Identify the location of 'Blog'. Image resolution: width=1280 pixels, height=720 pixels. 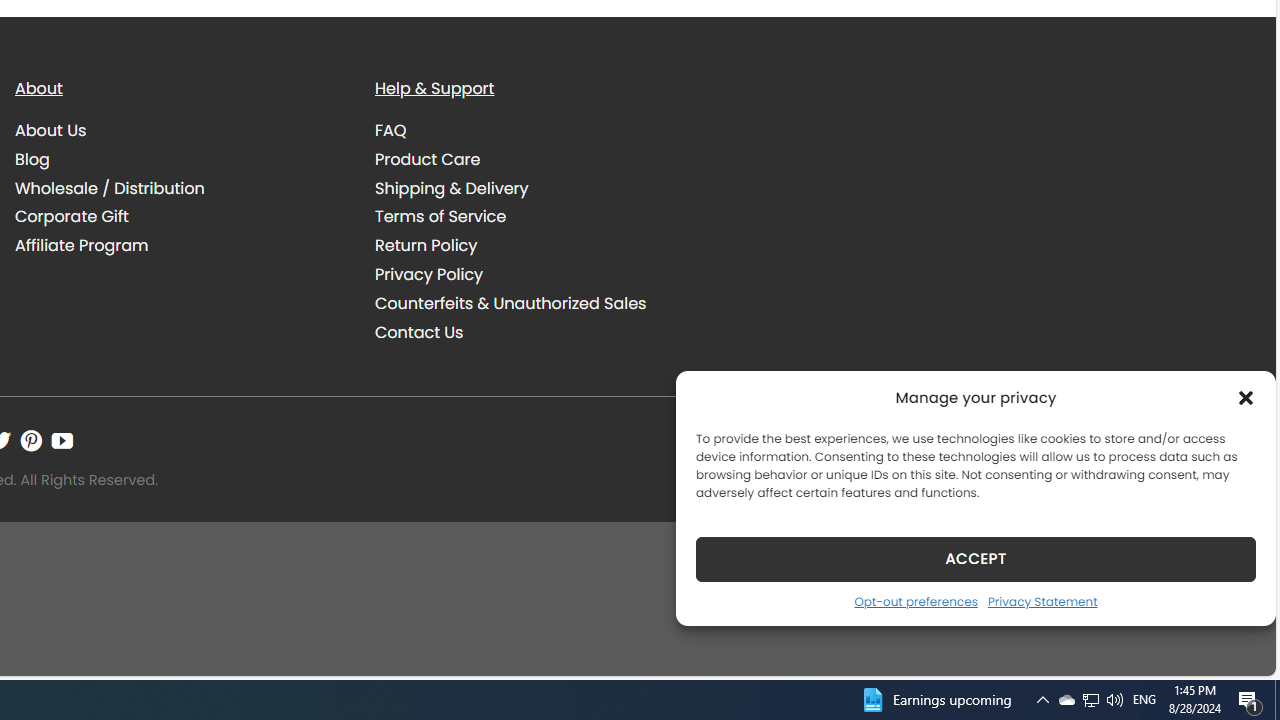
(32, 158).